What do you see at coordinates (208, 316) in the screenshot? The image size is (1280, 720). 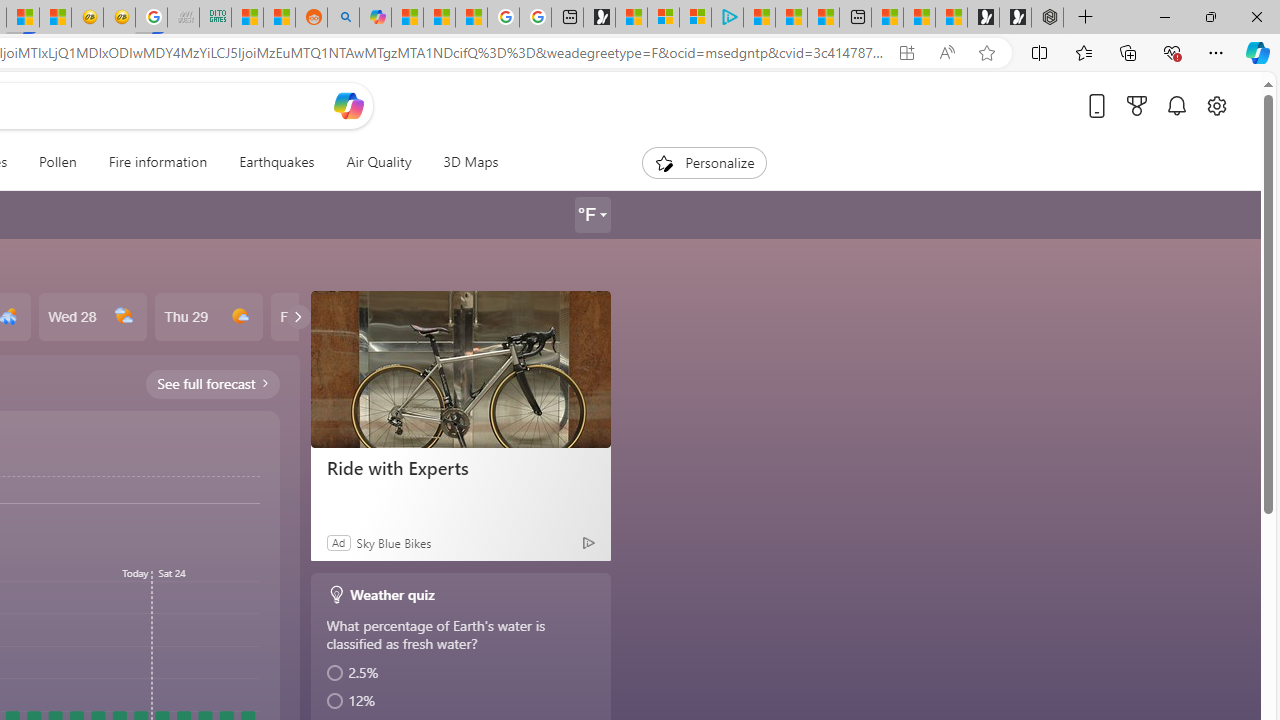 I see `'Thu 29'` at bounding box center [208, 316].